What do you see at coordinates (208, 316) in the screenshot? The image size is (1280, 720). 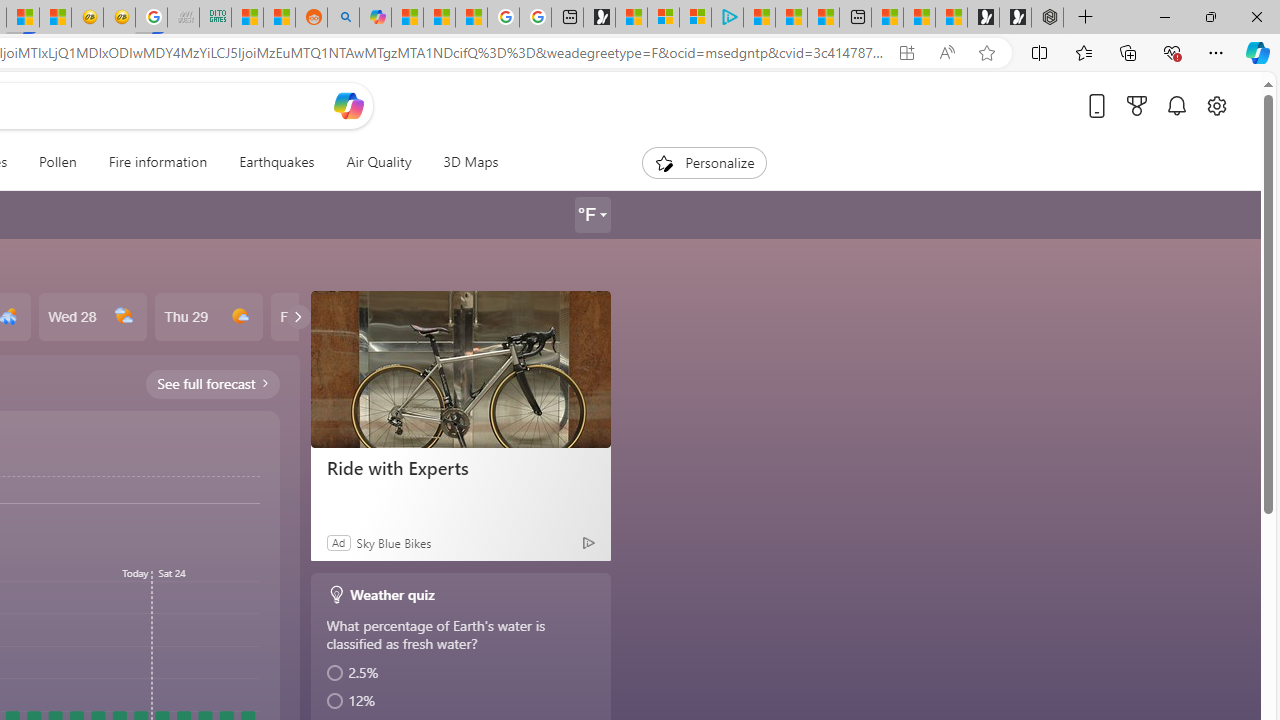 I see `'Thu 29'` at bounding box center [208, 316].